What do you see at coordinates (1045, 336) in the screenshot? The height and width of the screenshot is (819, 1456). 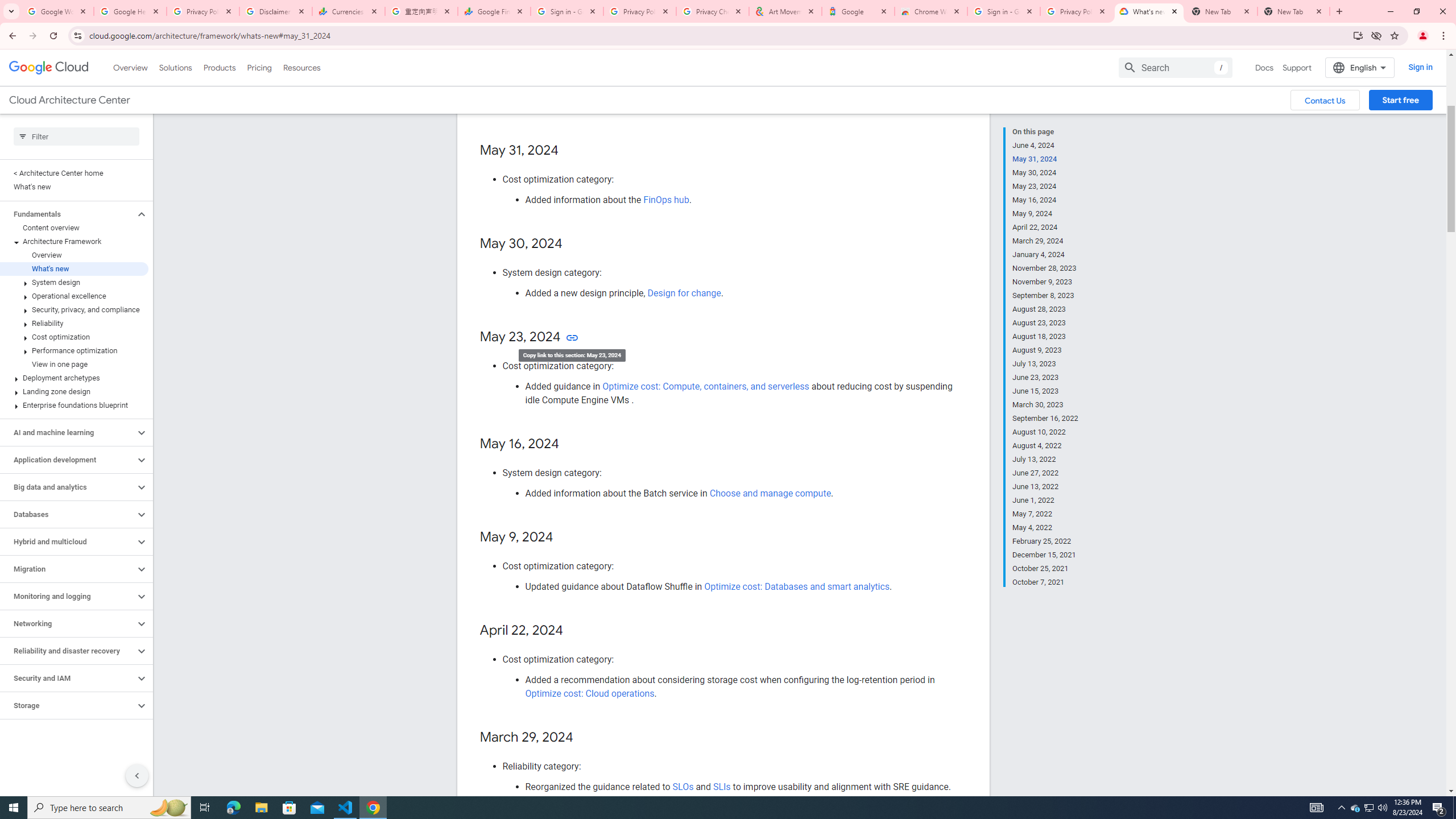 I see `'August 18, 2023'` at bounding box center [1045, 336].